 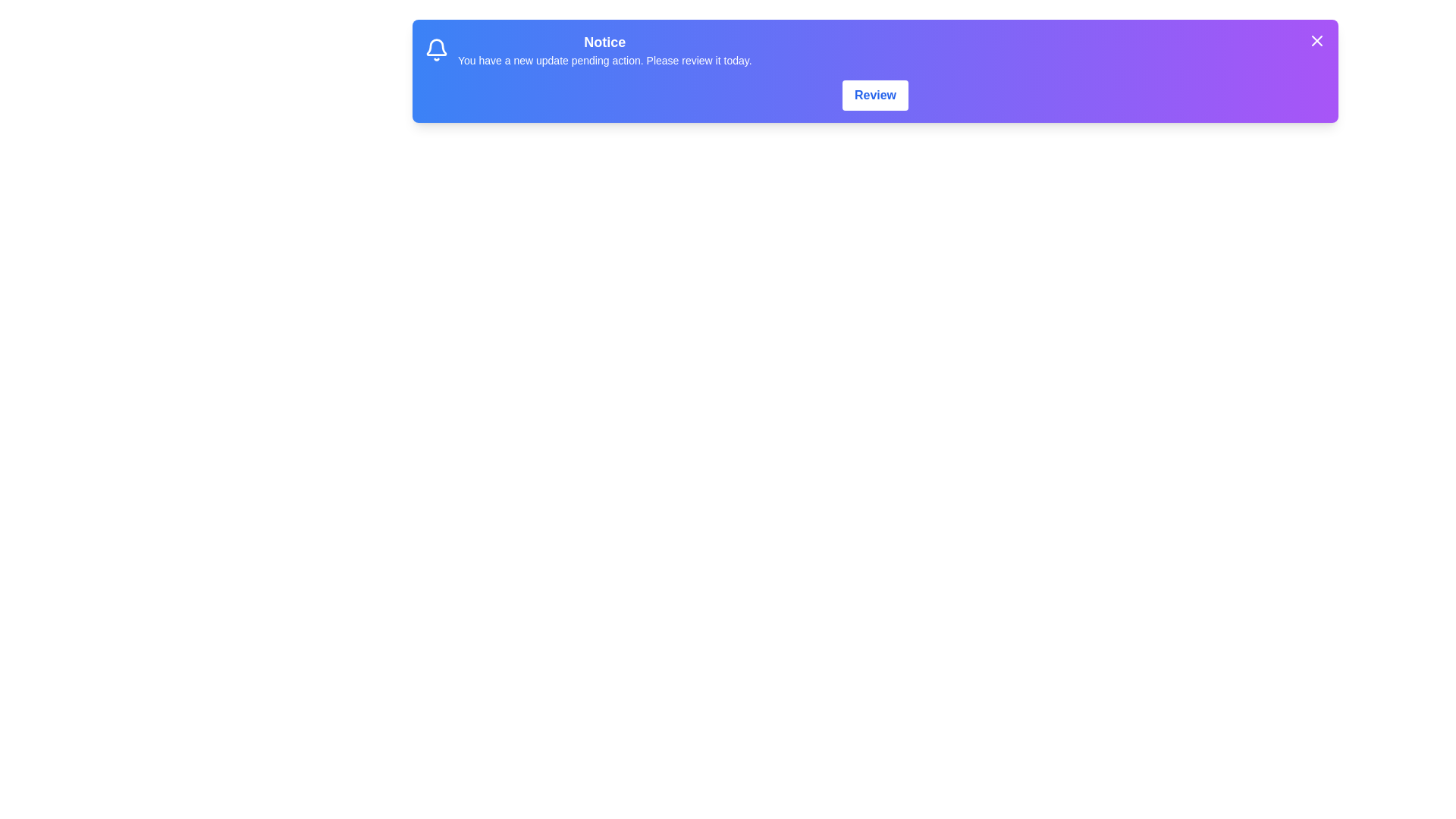 I want to click on the bell-shaped icon with rounded edges, located at the left side of the gradient blue notification bar, so click(x=436, y=49).